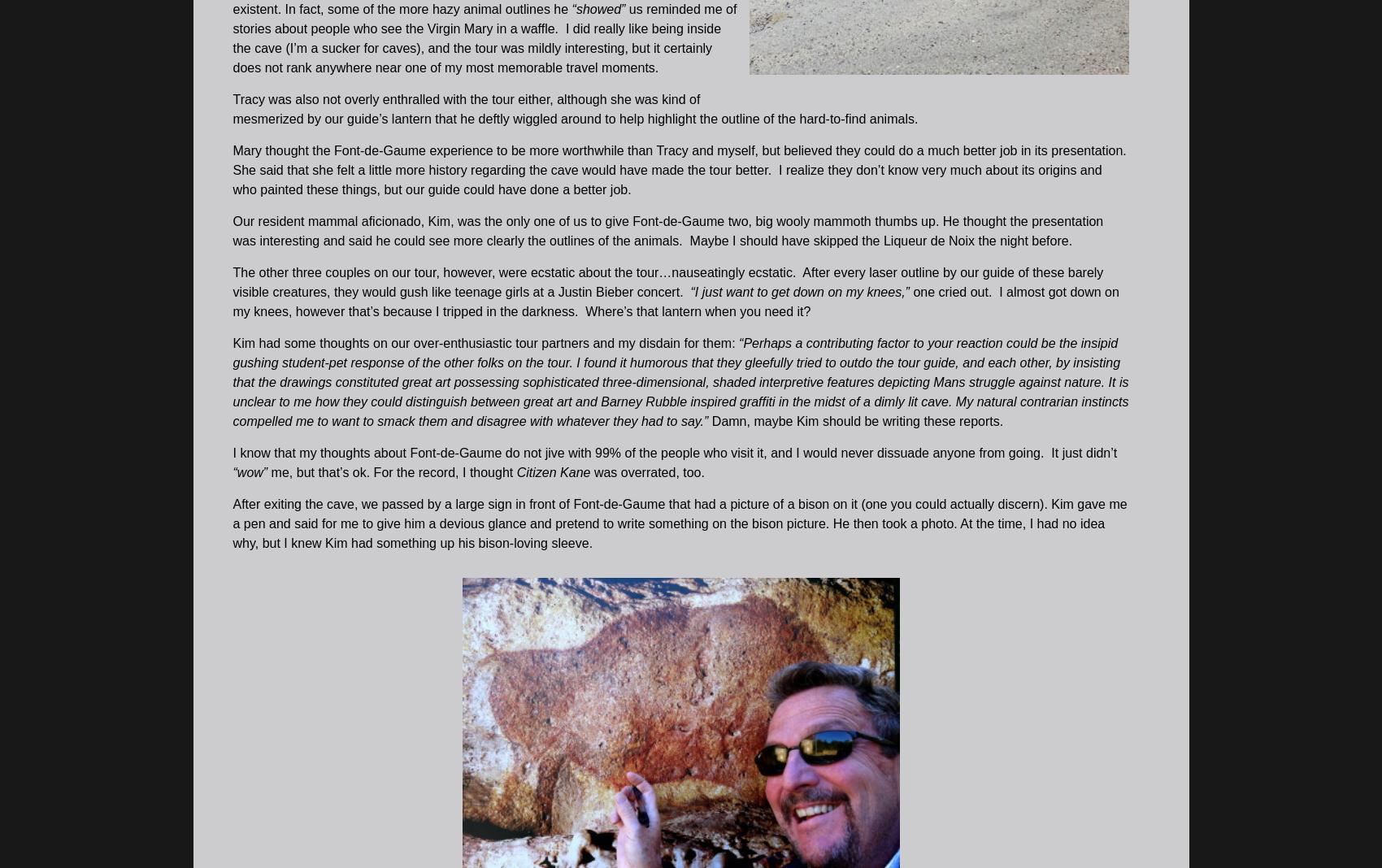 The width and height of the screenshot is (1382, 868). I want to click on 'Tracy was also not overly enthralled with the tour either, although she was kind of mesmerized by our guide’s lantern that he deftly wiggled around to help highlight the outline of the hard-to-find animals.', so click(232, 107).